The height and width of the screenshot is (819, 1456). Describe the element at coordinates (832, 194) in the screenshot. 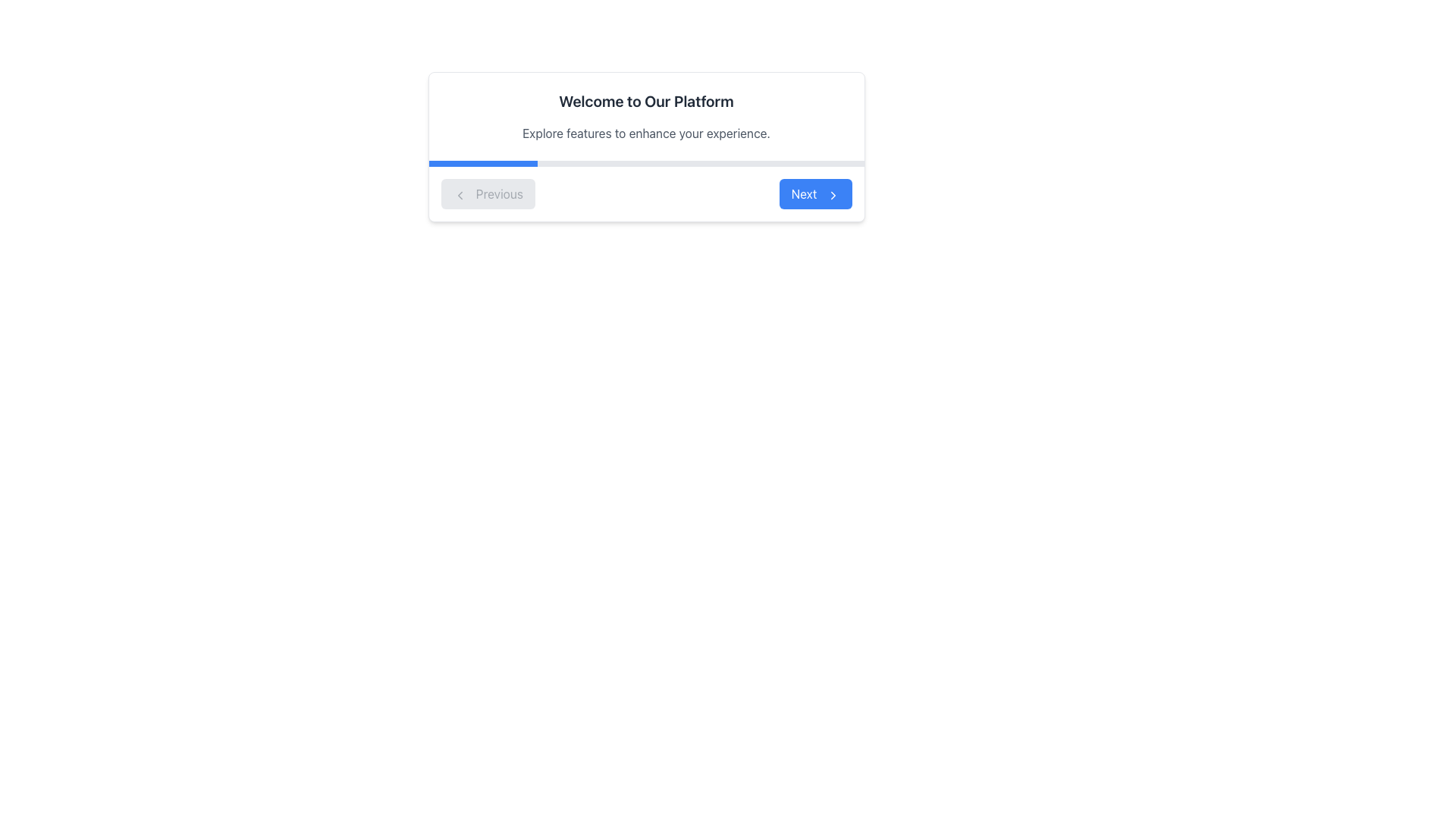

I see `the arrow icon indicating progression within the 'Next' button located at the bottom-right of the central dialog box` at that location.